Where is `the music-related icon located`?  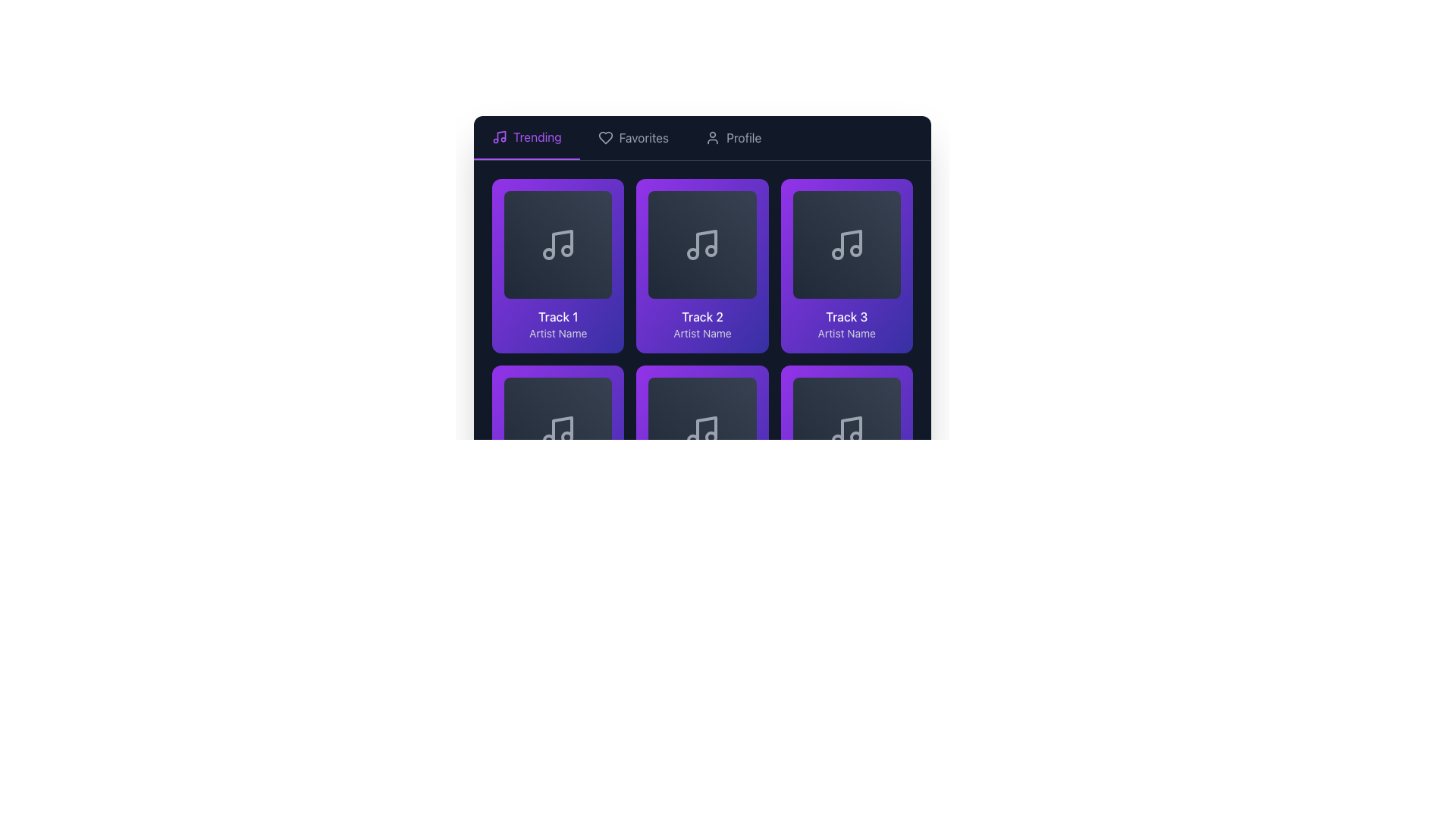 the music-related icon located is located at coordinates (846, 244).